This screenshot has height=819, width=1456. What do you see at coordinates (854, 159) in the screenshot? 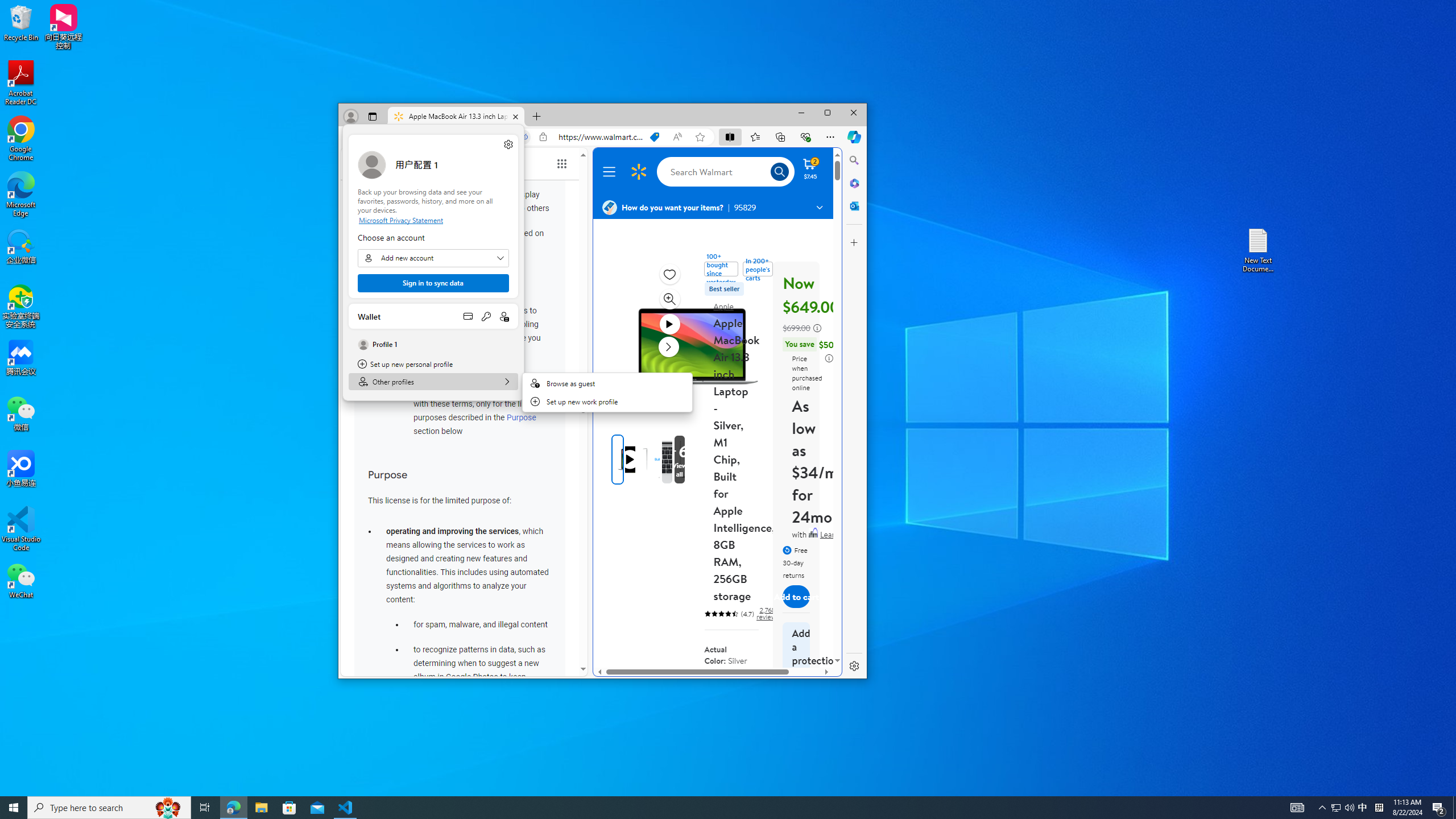
I see `'Close Search pane'` at bounding box center [854, 159].